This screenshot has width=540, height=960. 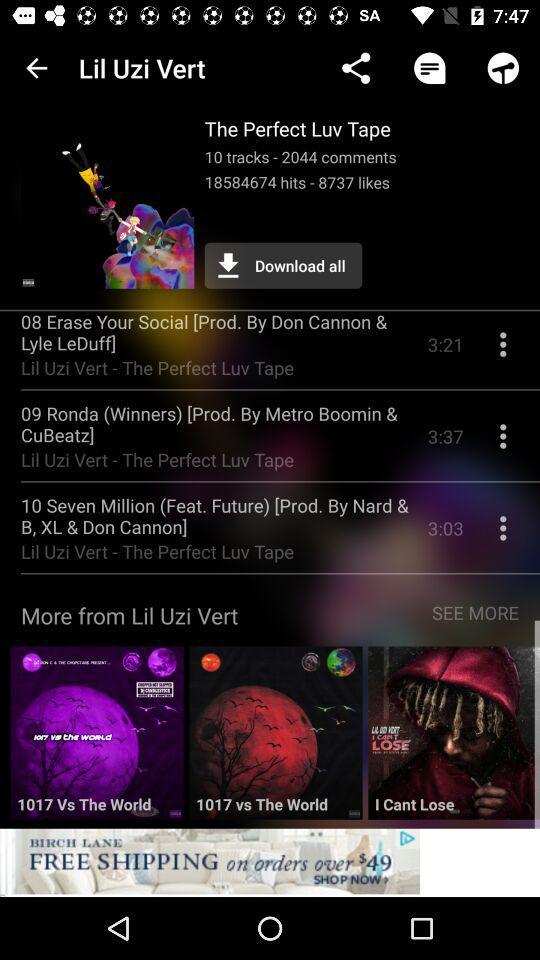 What do you see at coordinates (454, 739) in the screenshot?
I see `next` at bounding box center [454, 739].